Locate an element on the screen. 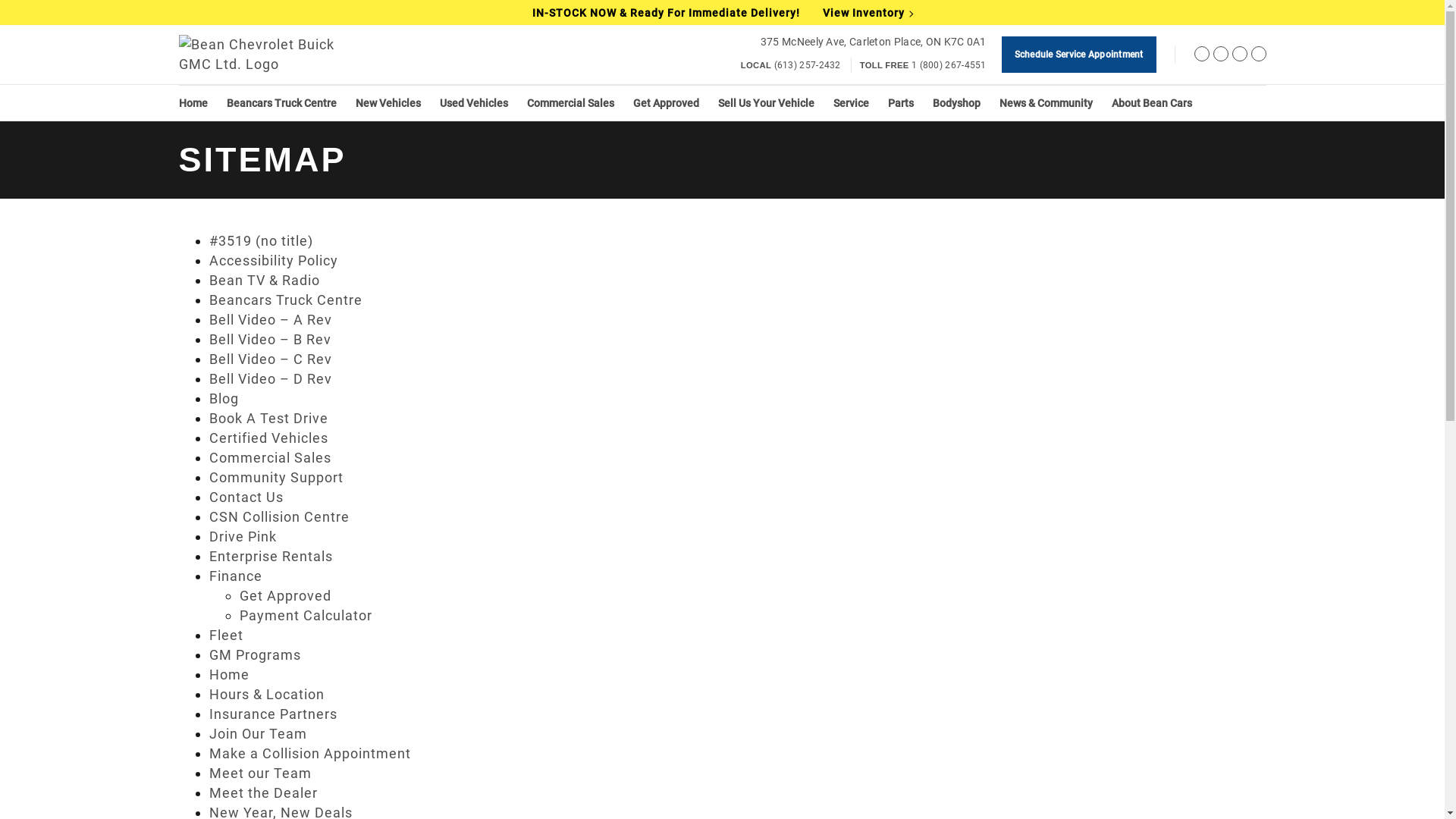 The image size is (1456, 819). 'Meet our Team' is located at coordinates (260, 773).